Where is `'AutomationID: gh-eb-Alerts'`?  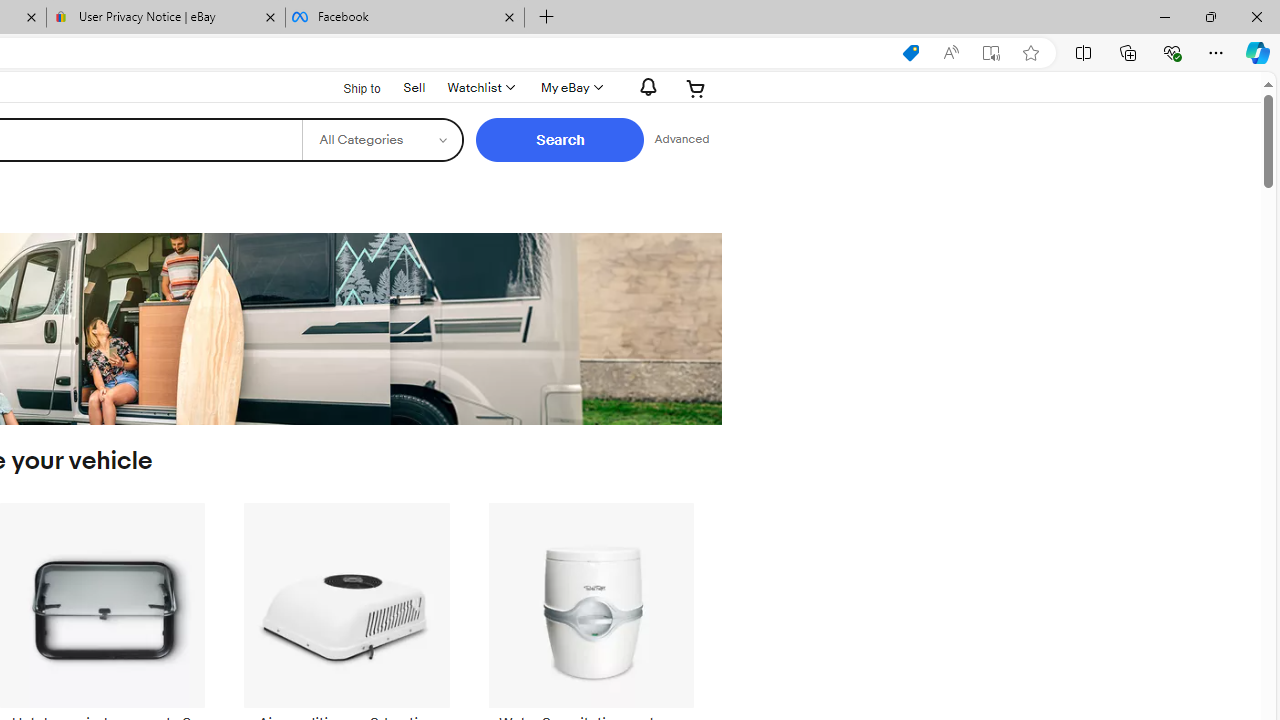
'AutomationID: gh-eb-Alerts' is located at coordinates (645, 86).